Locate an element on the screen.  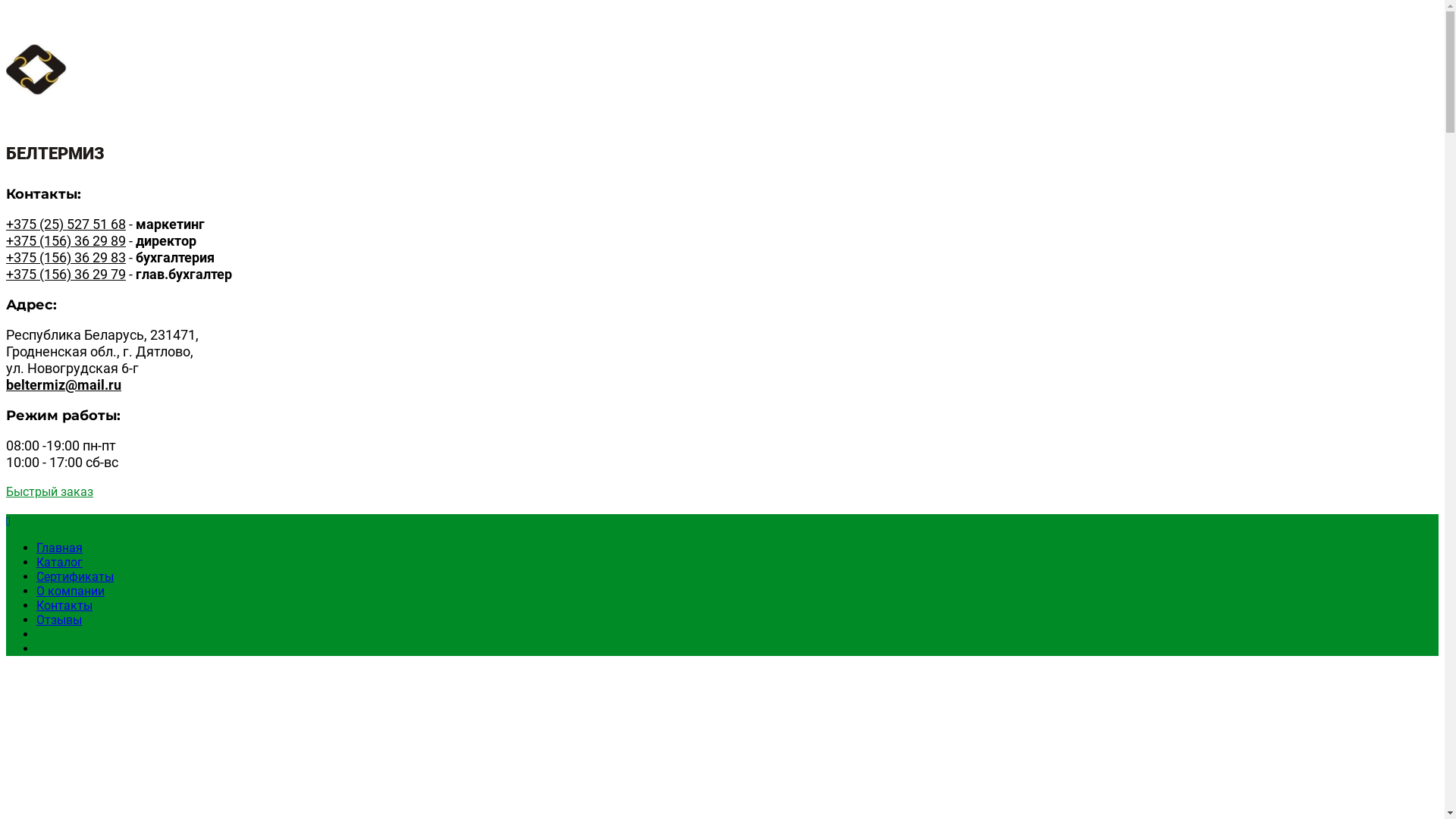
'+375 (156) 36 29 89' is located at coordinates (64, 240).